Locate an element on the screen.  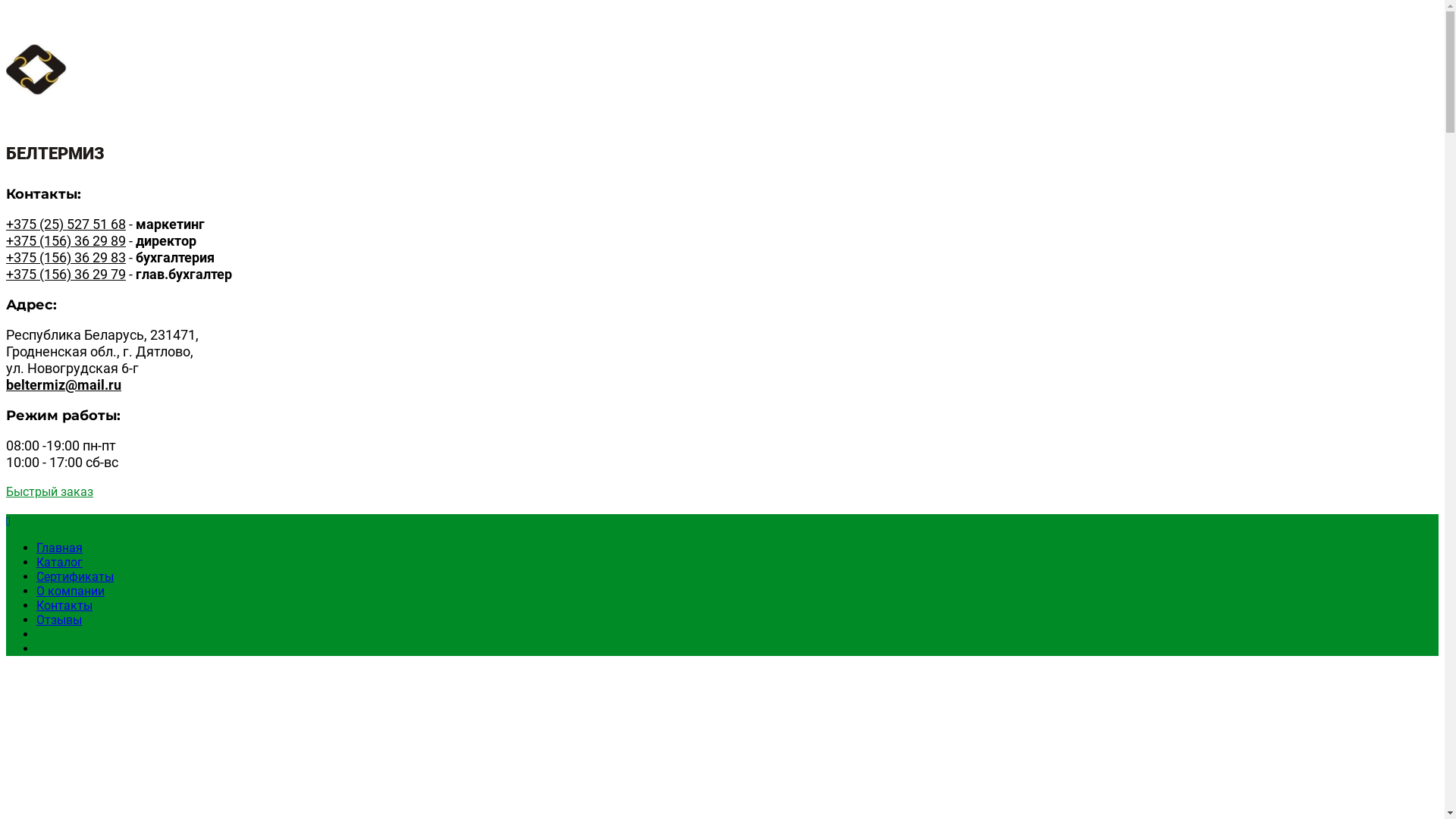
'+375 (156) 36 29 89' is located at coordinates (64, 240).